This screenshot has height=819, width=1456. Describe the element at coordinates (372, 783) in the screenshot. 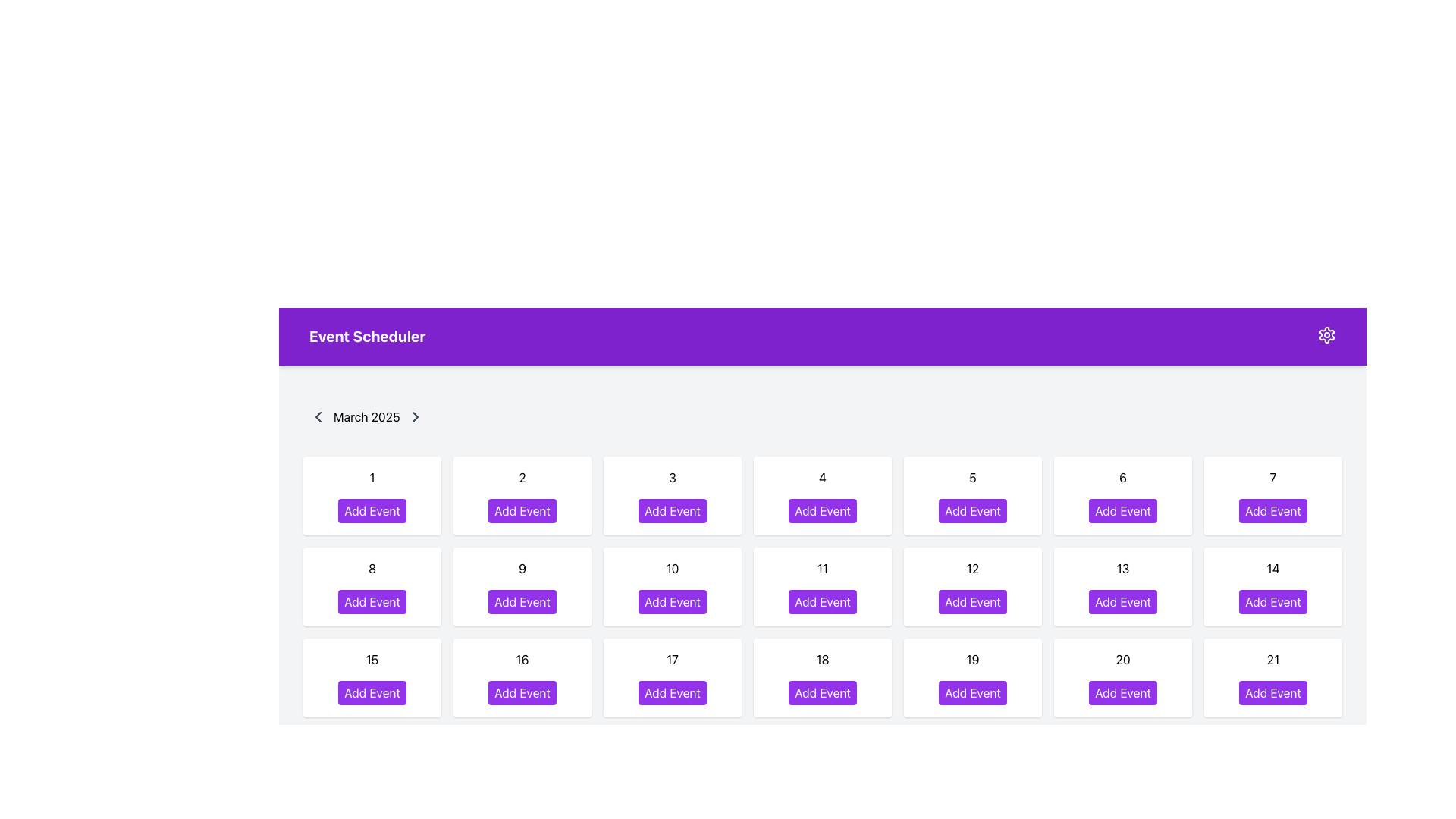

I see `the event addition button located in the bottom row of the calendar interface, specifically the first button in the fifth row to observe any hover effects` at that location.